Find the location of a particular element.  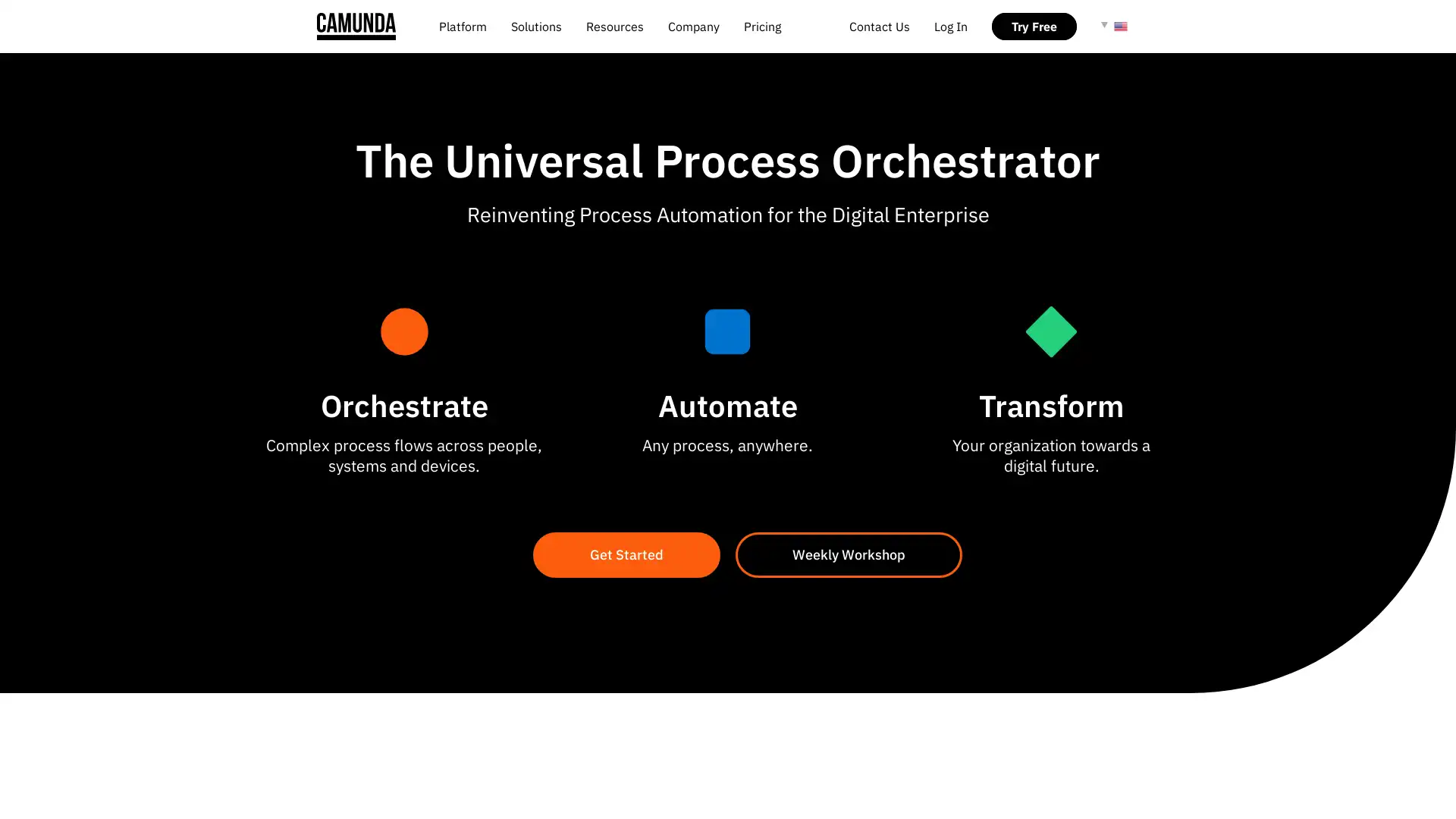

Weekly Workshop is located at coordinates (848, 555).